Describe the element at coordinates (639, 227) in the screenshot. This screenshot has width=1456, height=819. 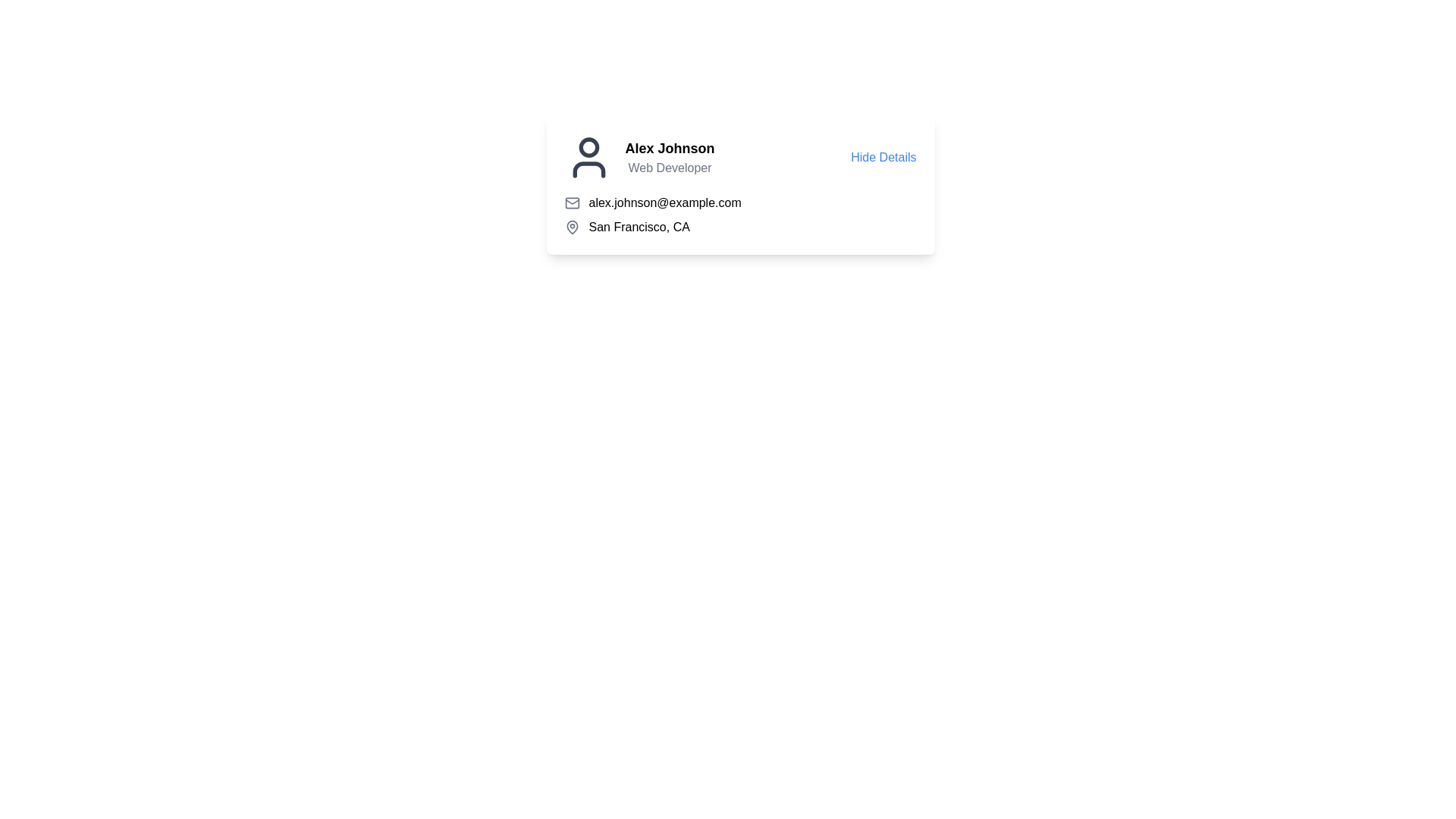
I see `the text label that represents the user's location, which is positioned to the immediate right of the location pin icon in the bottom section of the user information card for potential interaction` at that location.